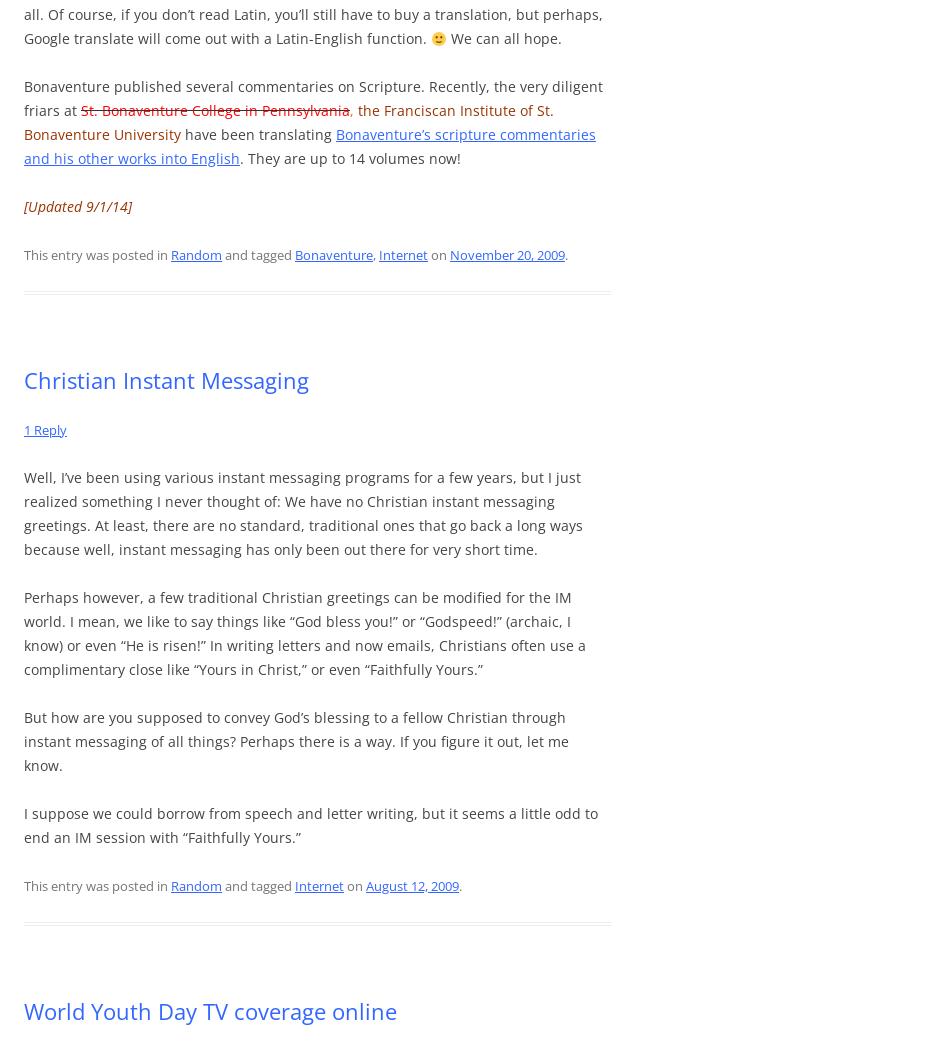 This screenshot has height=1042, width=950. What do you see at coordinates (304, 632) in the screenshot?
I see `'Perhaps however, a few traditional Christian greetings can be modified for the IM world. I mean, we like to say things like “God bless you!” or “Godspeed!” (archaic, I know) or even “He is risen!” In writing letters and now emails, Christians often use a complimentary close like “Yours in Christ,” or even “Faithfully Yours.”'` at bounding box center [304, 632].